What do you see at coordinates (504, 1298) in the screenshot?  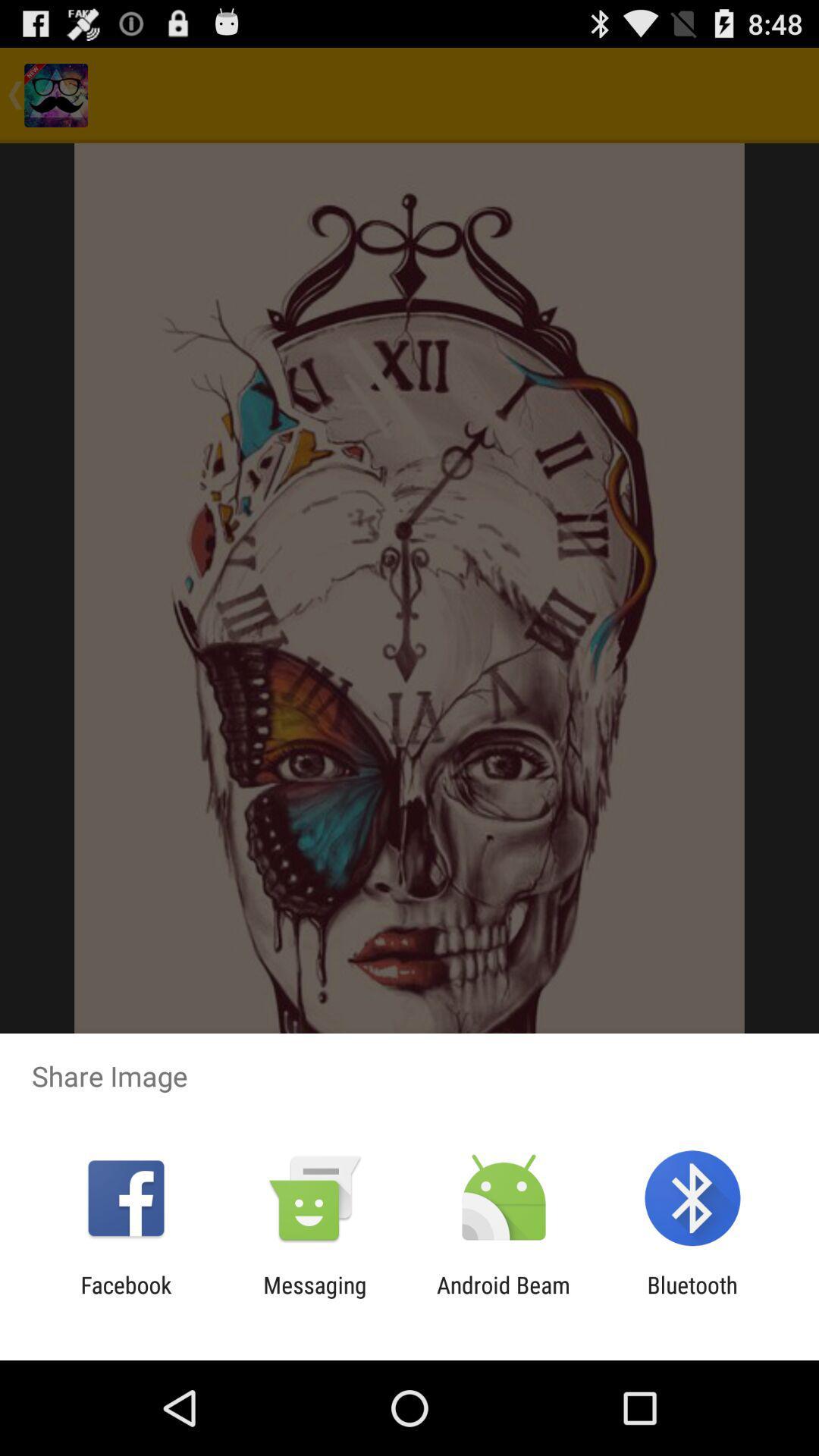 I see `the app next to the bluetooth app` at bounding box center [504, 1298].